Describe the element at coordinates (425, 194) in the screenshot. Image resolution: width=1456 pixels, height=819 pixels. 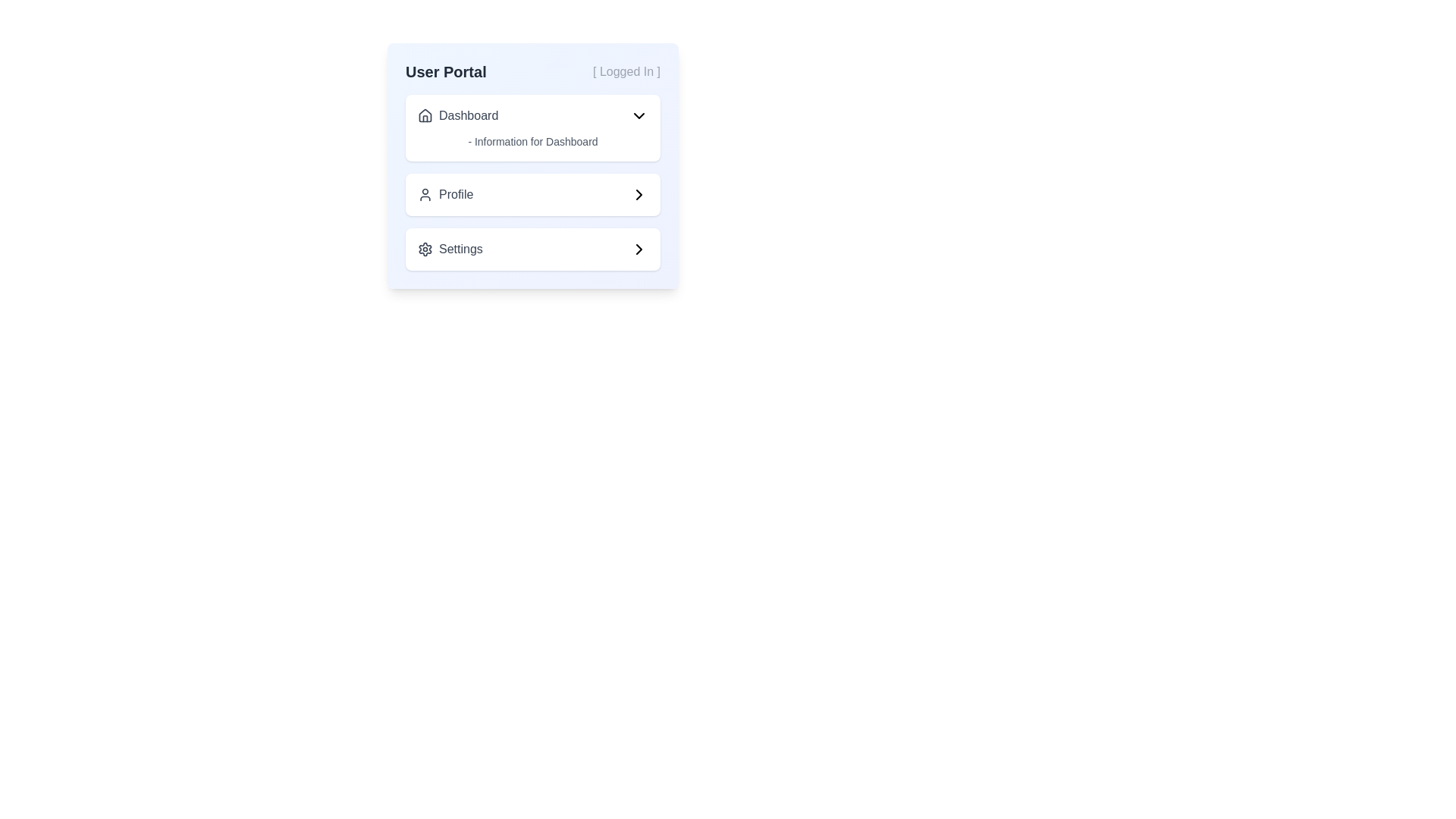
I see `the user profile silhouette icon with a thin gray outline located to the left of the 'Profile' label in the second row of the menu list` at that location.